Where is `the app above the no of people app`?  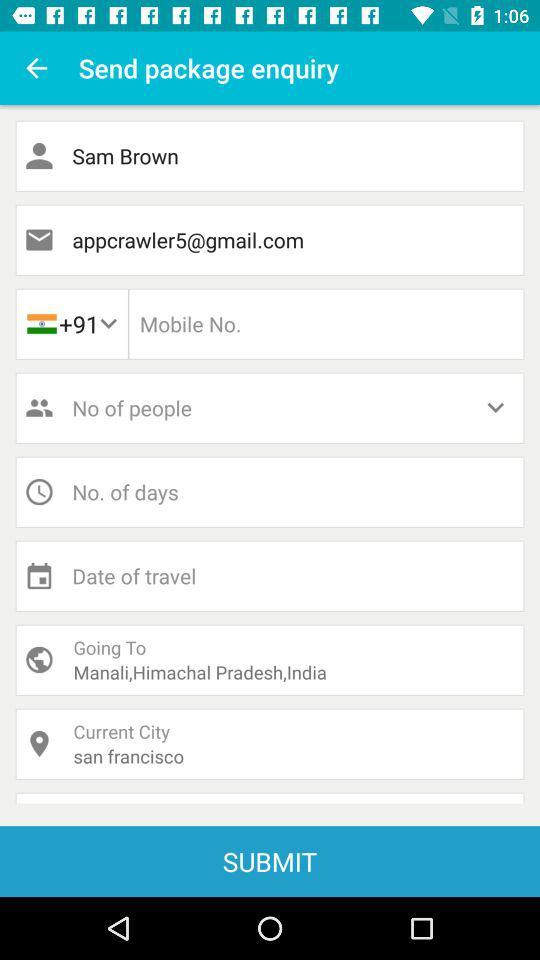 the app above the no of people app is located at coordinates (70, 324).